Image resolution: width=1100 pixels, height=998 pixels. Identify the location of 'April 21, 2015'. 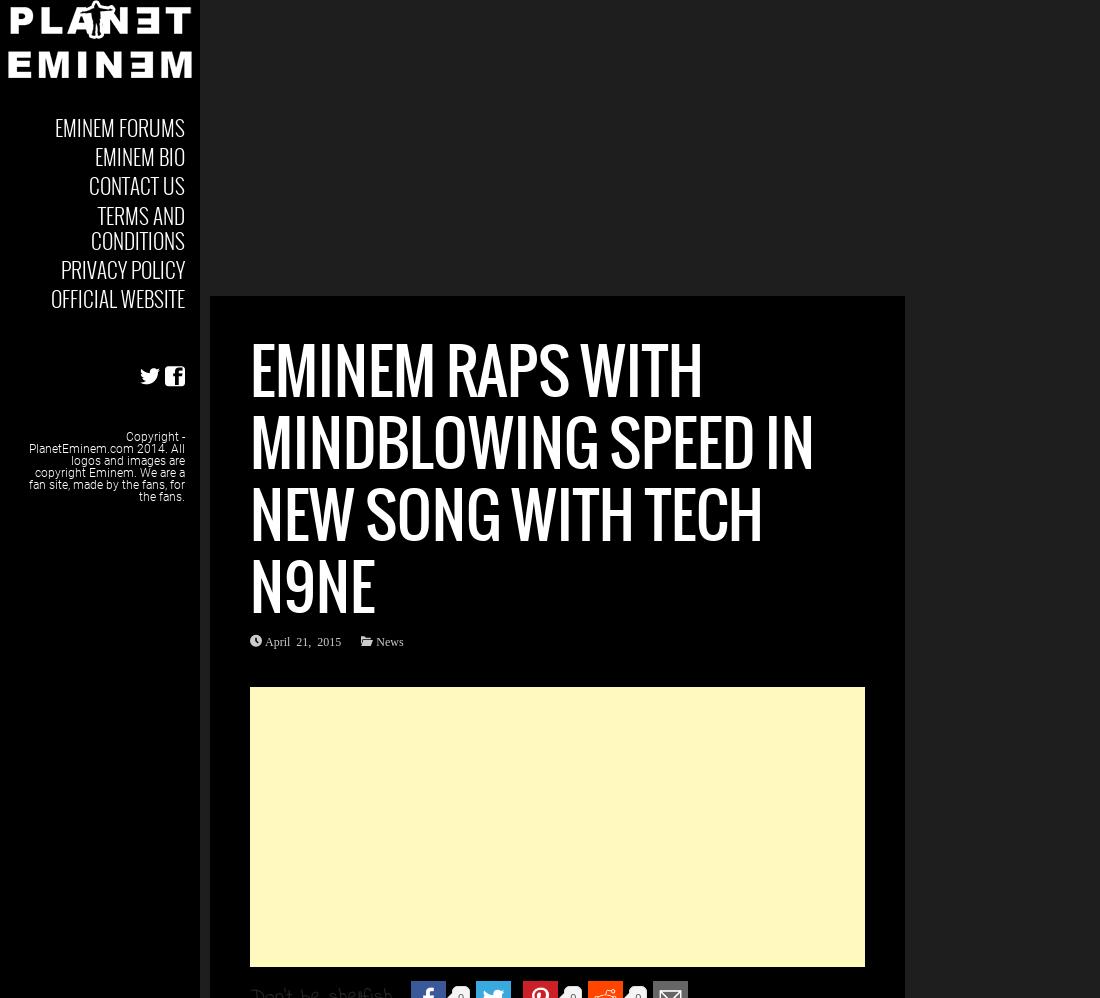
(264, 641).